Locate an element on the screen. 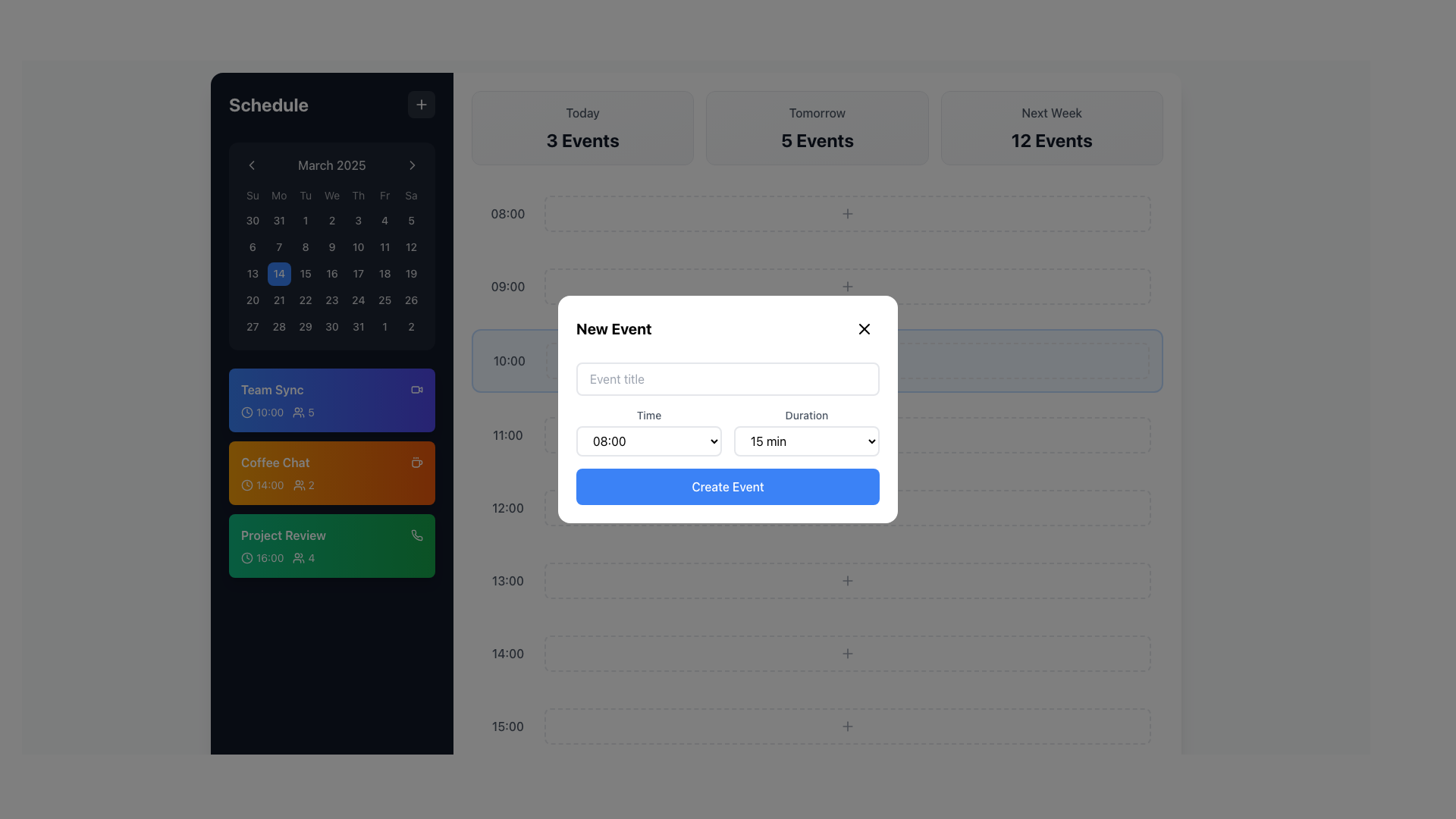  the Information display box labeled 'Tomorrow' that shows a summary of upcoming events with a count of '5 Events' is located at coordinates (817, 127).